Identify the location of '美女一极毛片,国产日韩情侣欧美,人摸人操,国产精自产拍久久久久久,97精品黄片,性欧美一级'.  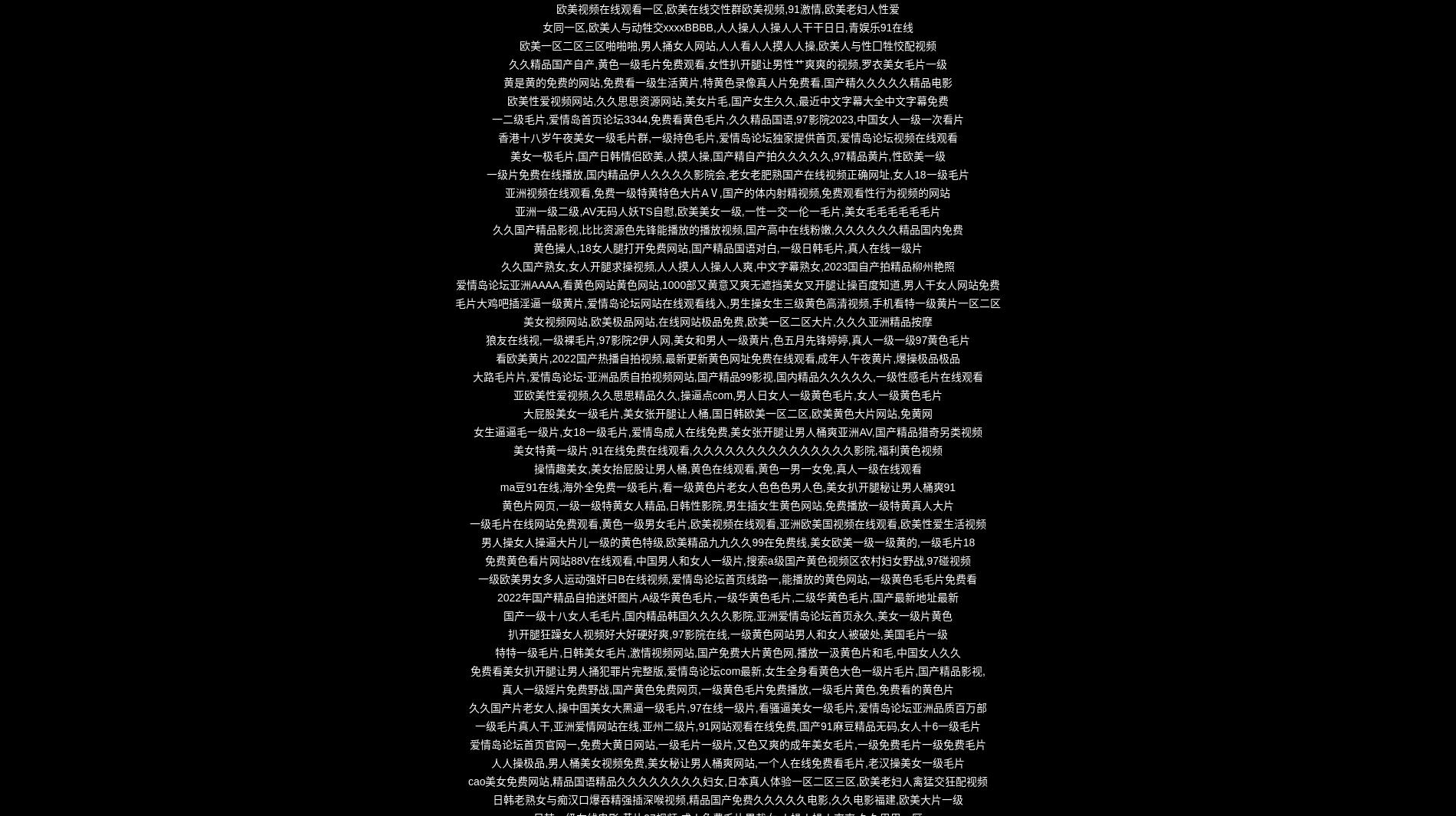
(726, 155).